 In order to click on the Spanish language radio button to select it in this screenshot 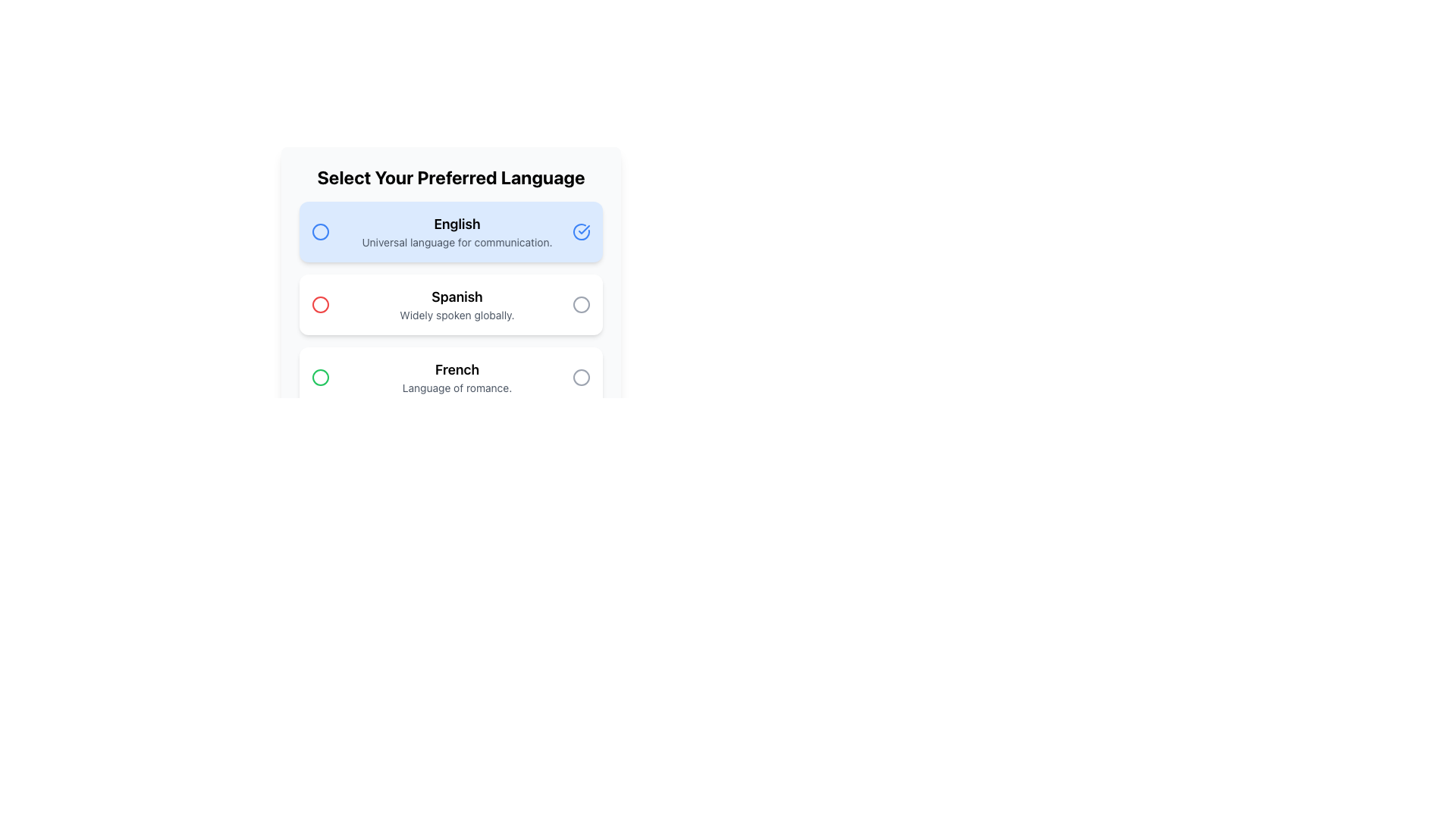, I will do `click(450, 304)`.